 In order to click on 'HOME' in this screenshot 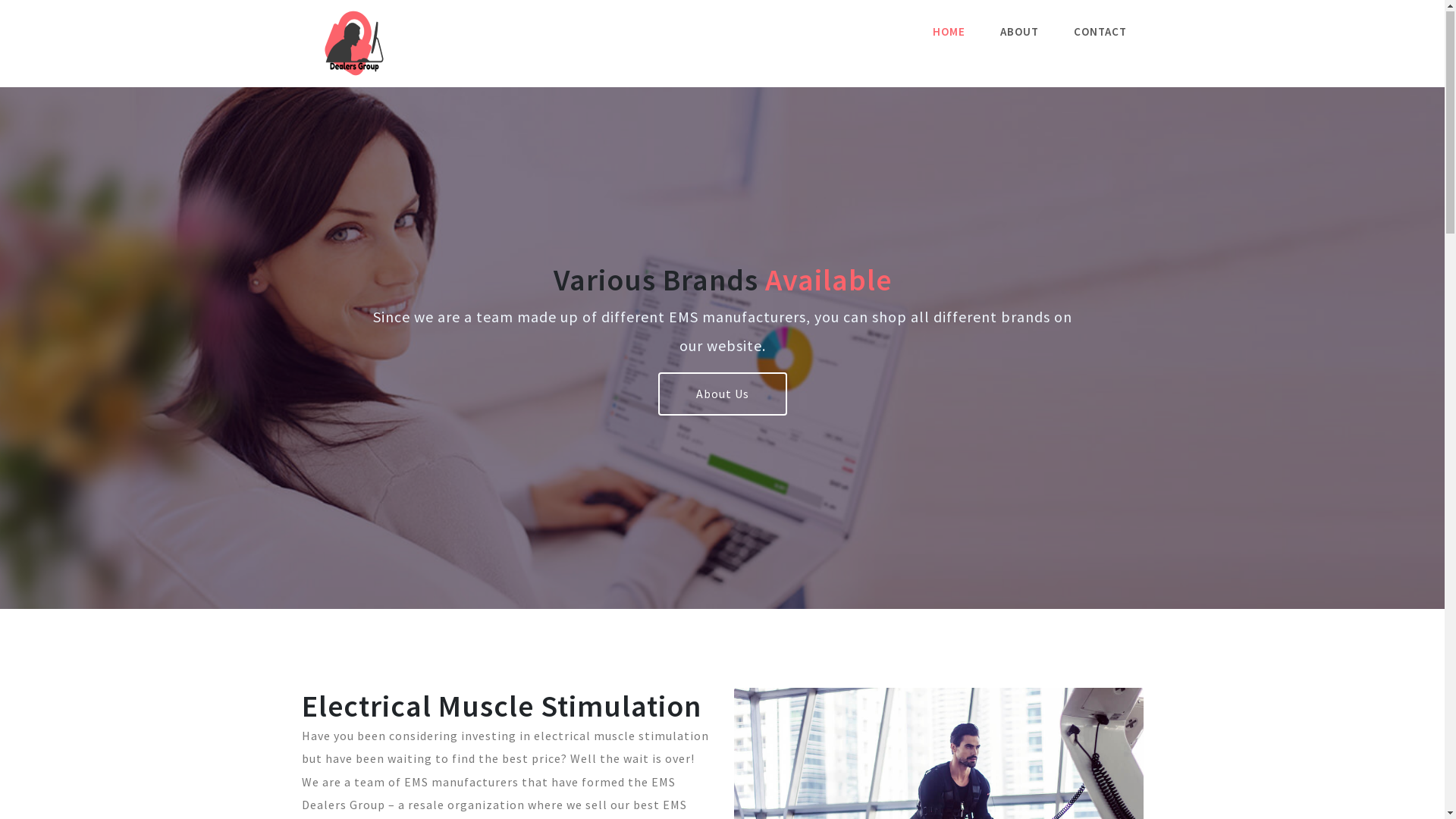, I will do `click(921, 32)`.